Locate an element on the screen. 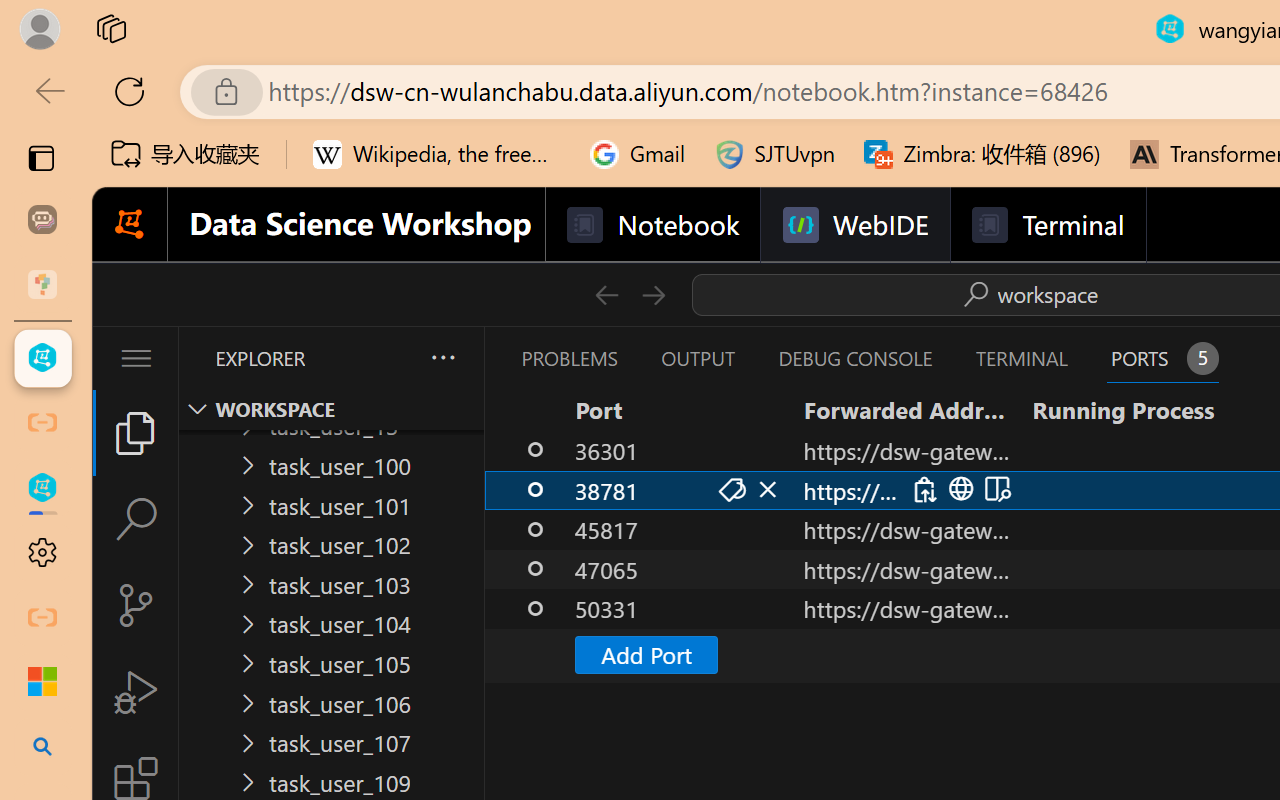 Image resolution: width=1280 pixels, height=800 pixels. 'Preview in Editor' is located at coordinates (995, 489).